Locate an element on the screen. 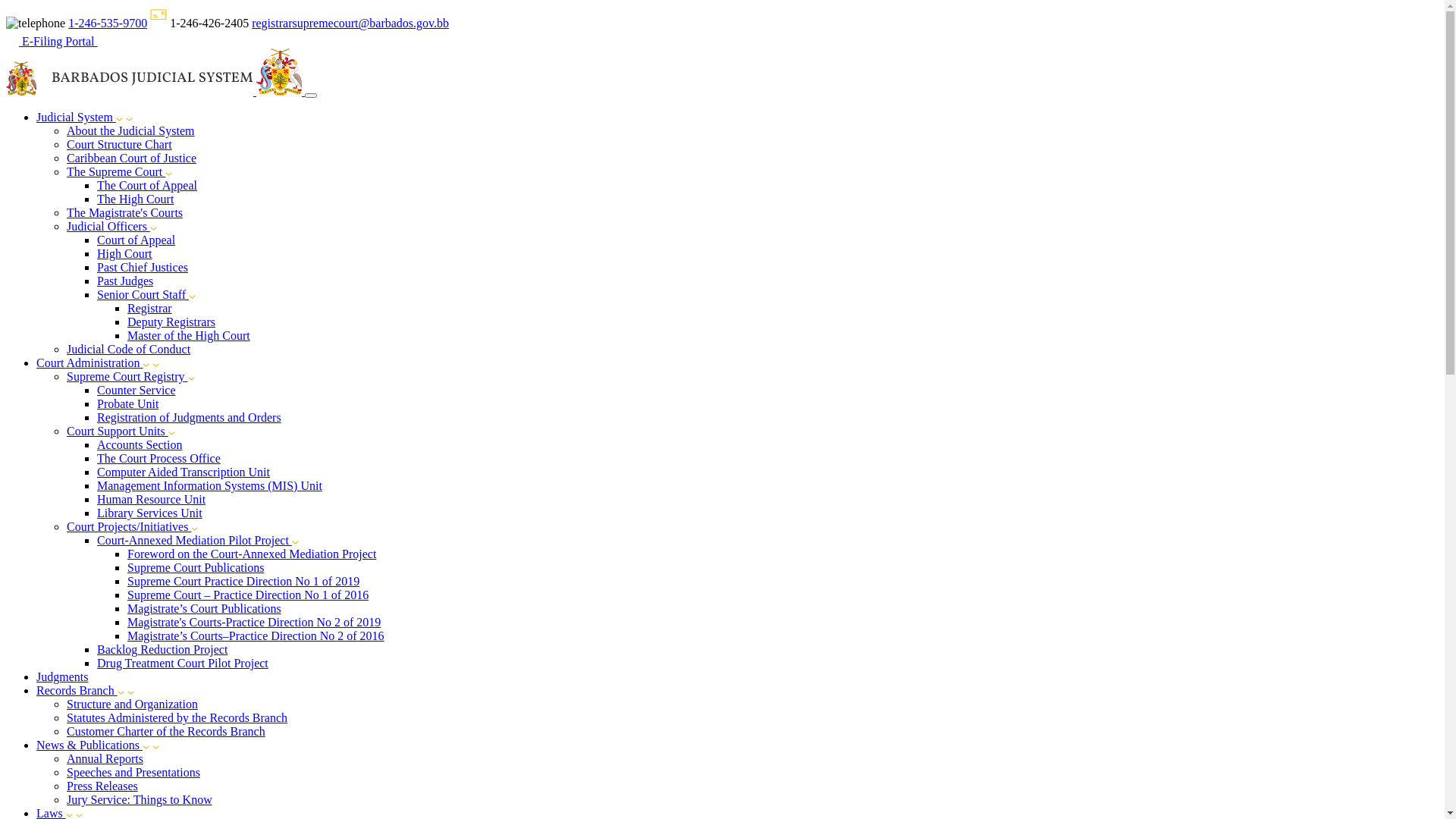 The height and width of the screenshot is (819, 1456). 'Speeches and Presentations' is located at coordinates (133, 772).